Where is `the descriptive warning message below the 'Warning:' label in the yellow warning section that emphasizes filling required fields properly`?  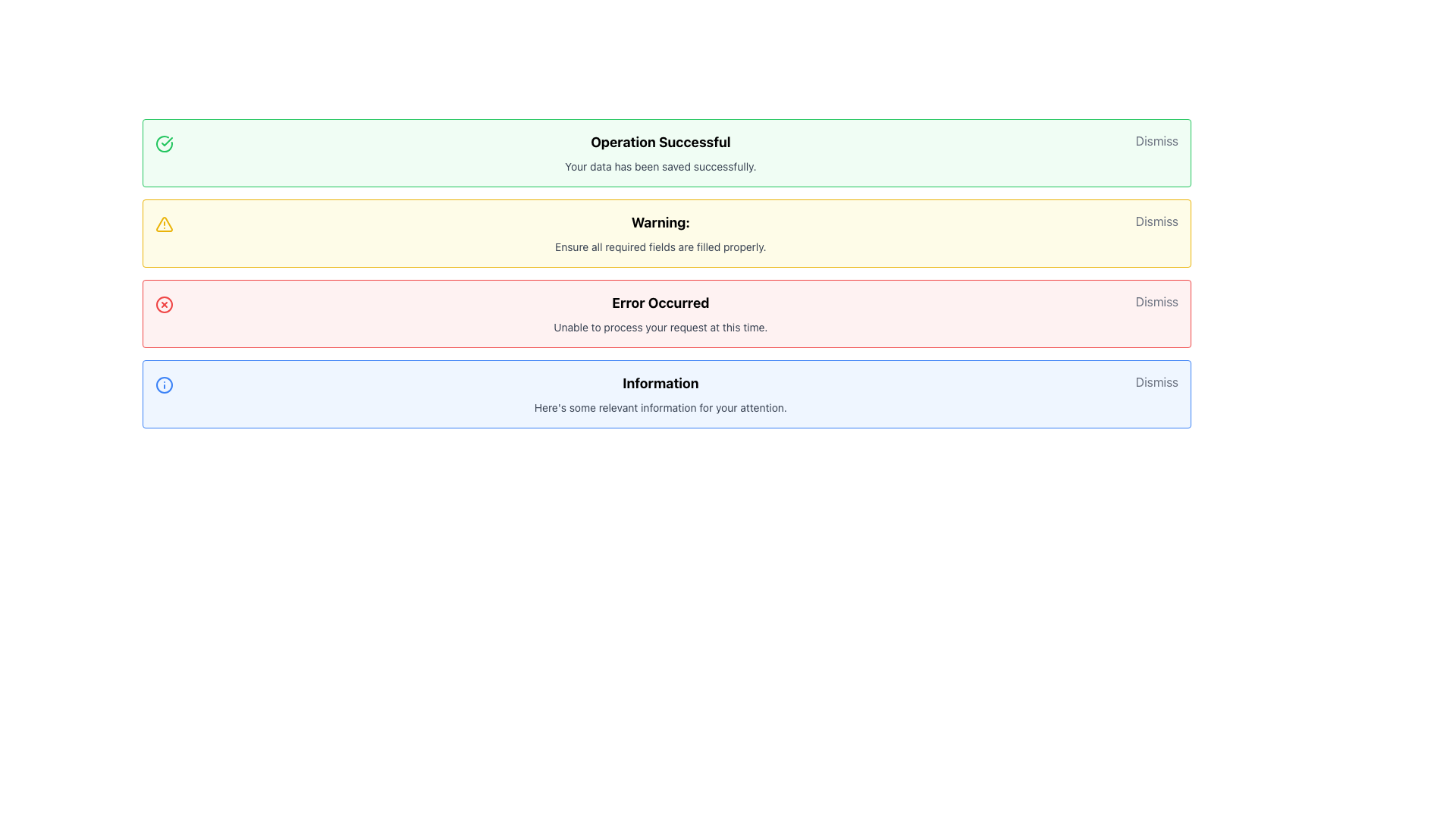
the descriptive warning message below the 'Warning:' label in the yellow warning section that emphasizes filling required fields properly is located at coordinates (661, 246).